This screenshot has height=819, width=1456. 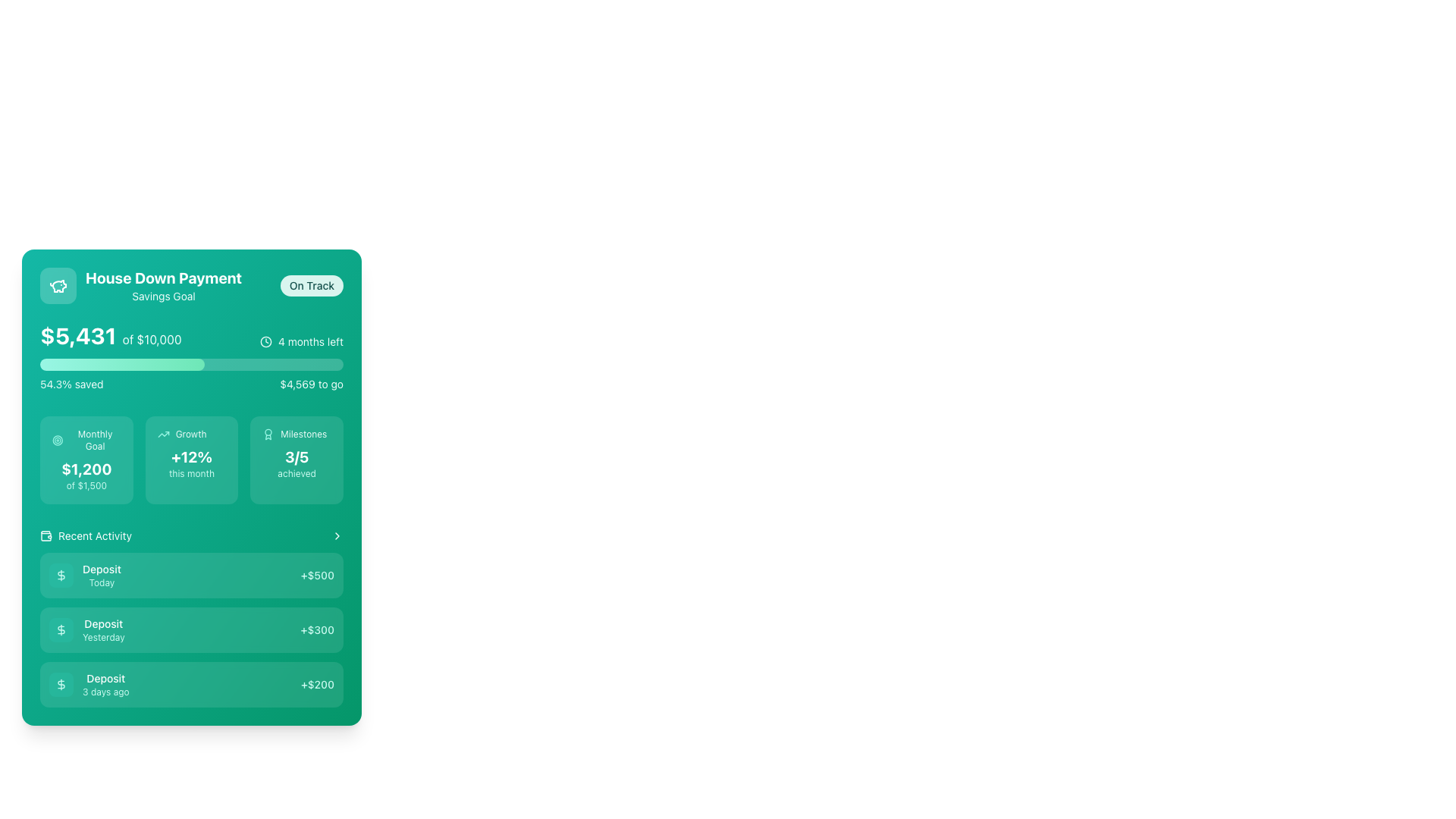 What do you see at coordinates (86, 485) in the screenshot?
I see `the Text Label displaying 'of $1,500' located below the bold text '$1,200' in the 'Monthly Goal' section` at bounding box center [86, 485].